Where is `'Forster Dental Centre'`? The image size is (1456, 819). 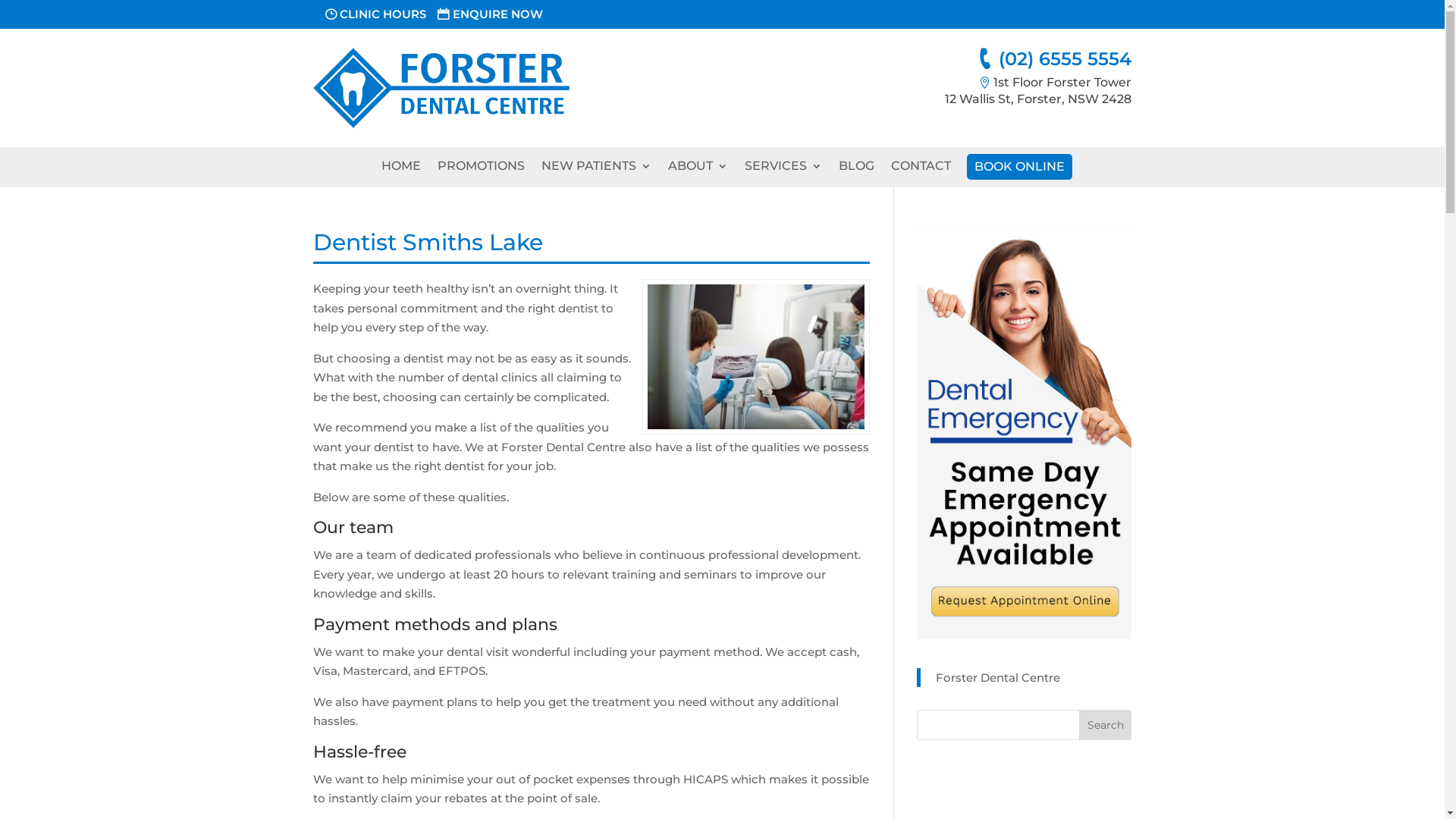 'Forster Dental Centre' is located at coordinates (934, 676).